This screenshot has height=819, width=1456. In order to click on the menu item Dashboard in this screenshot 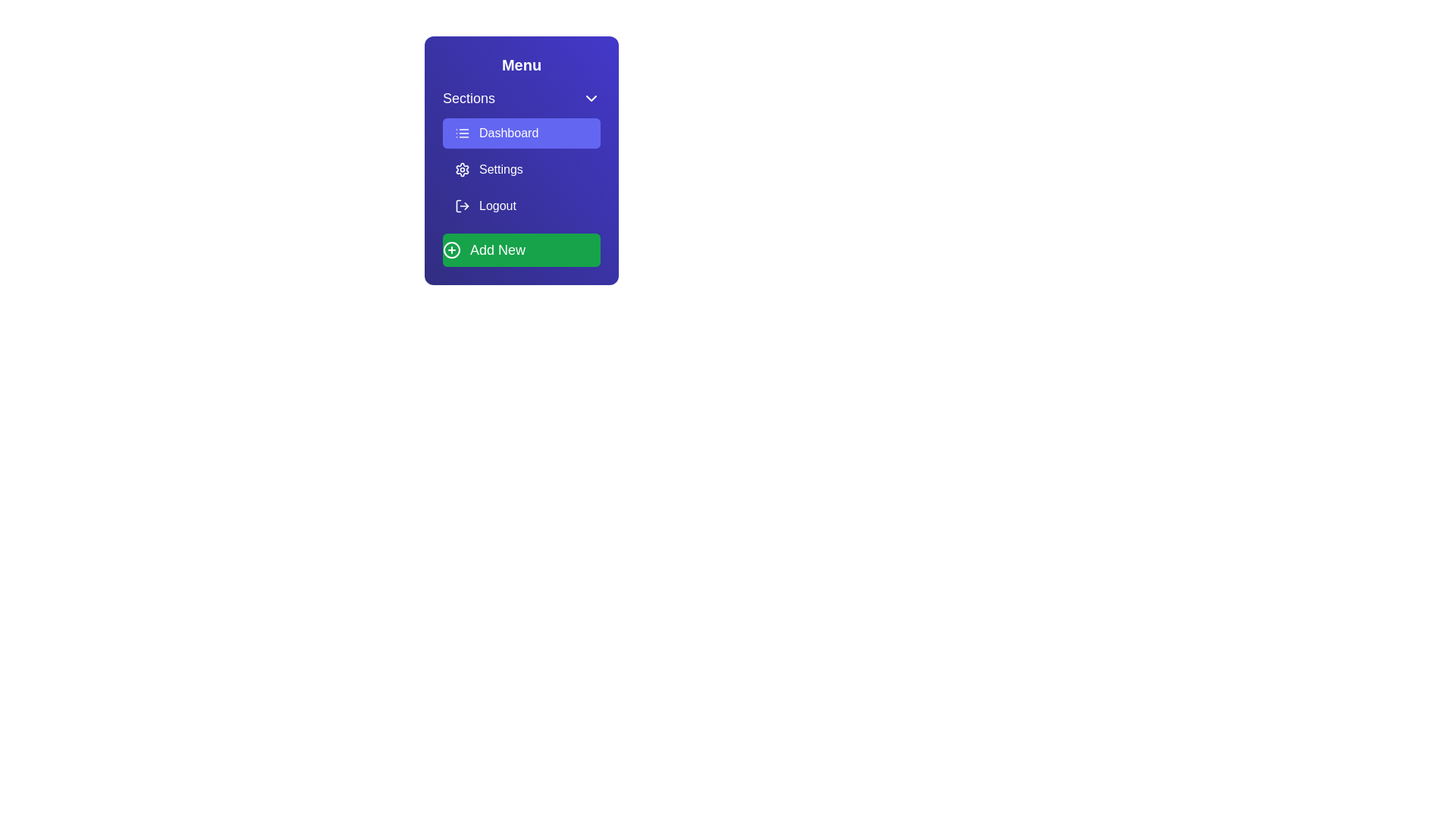, I will do `click(521, 133)`.